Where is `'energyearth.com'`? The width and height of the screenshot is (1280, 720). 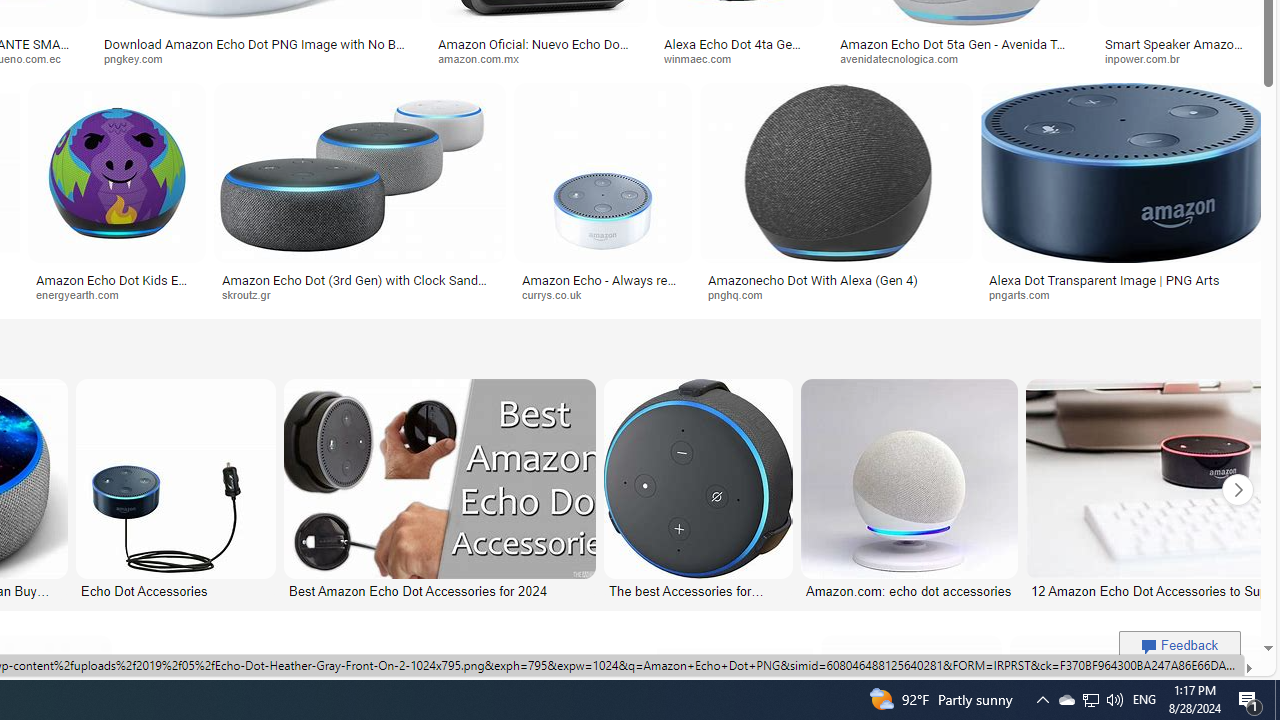 'energyearth.com' is located at coordinates (116, 295).